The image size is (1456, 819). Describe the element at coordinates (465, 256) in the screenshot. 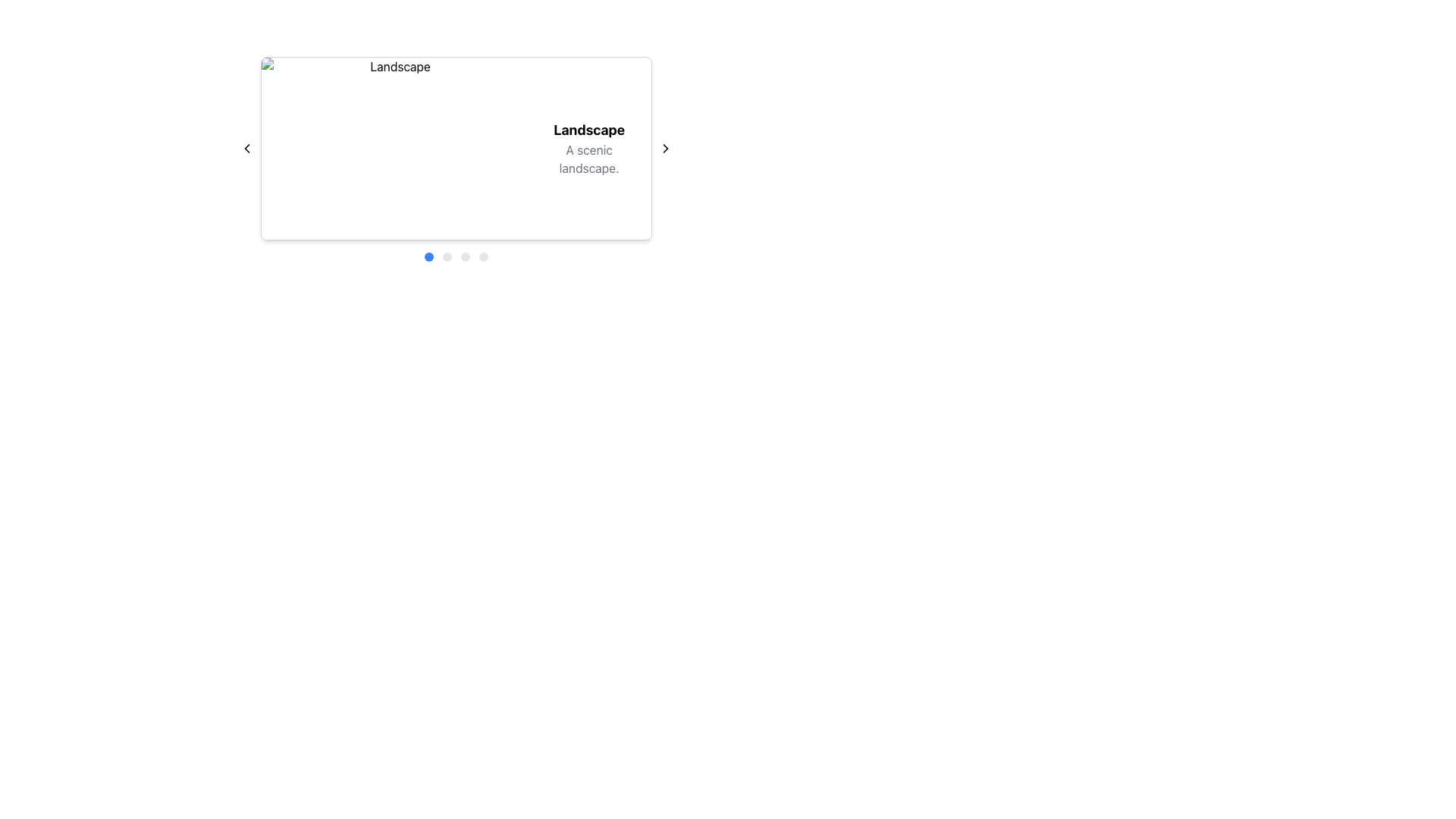

I see `the third navigation dot of the carousel` at that location.